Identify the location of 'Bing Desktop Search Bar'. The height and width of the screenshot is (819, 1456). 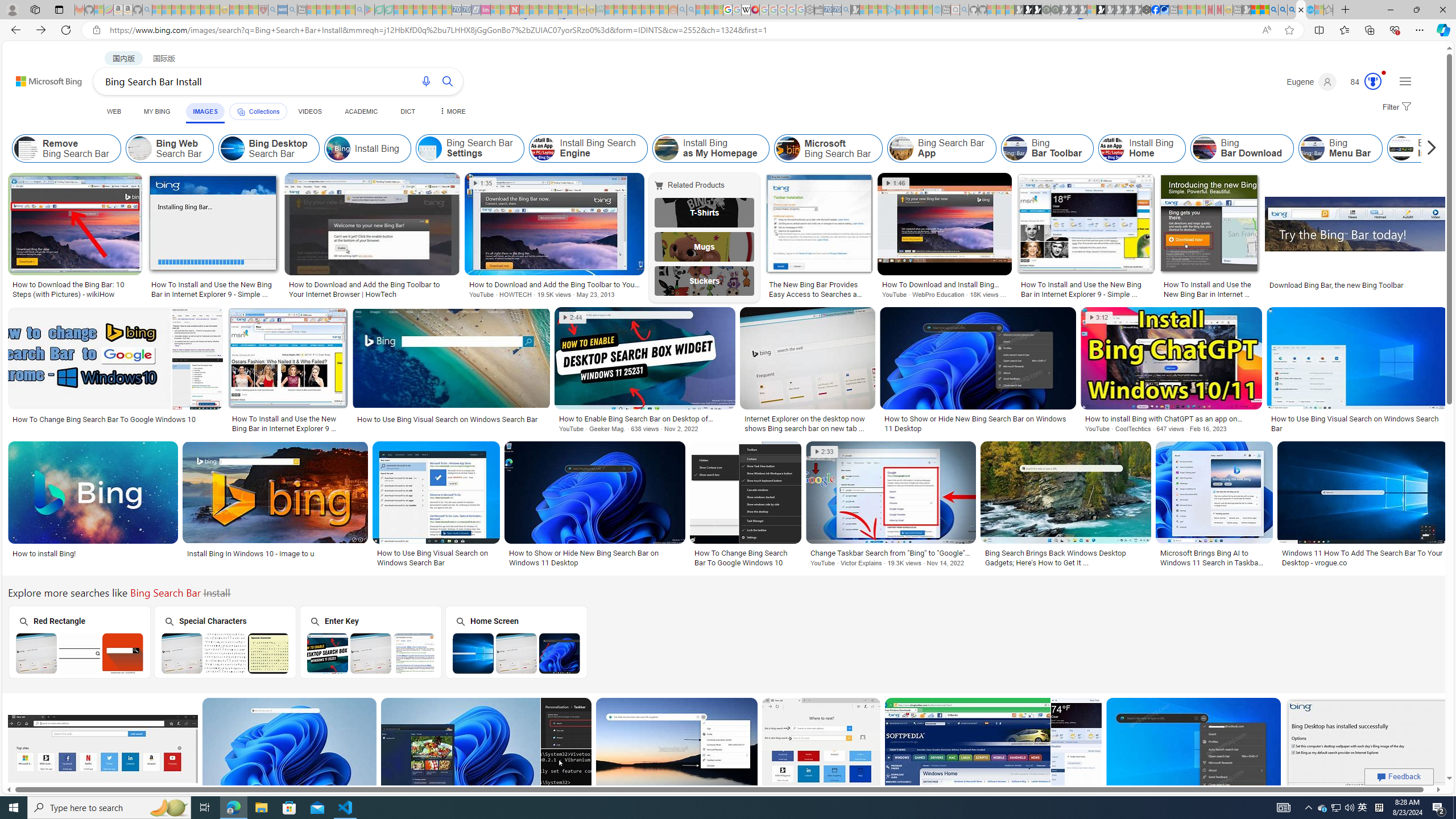
(231, 148).